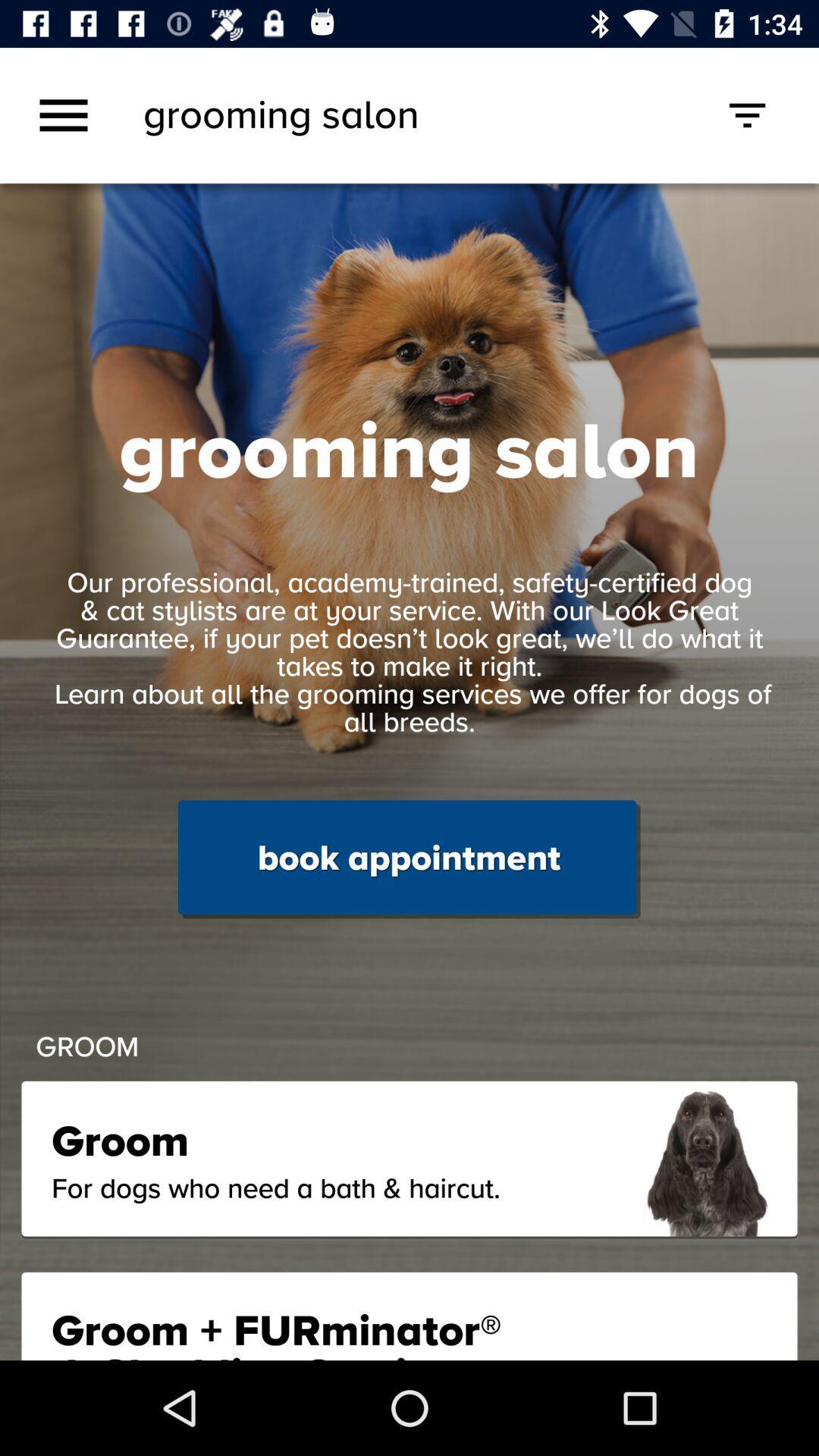 The image size is (819, 1456). I want to click on book appointment item, so click(408, 859).